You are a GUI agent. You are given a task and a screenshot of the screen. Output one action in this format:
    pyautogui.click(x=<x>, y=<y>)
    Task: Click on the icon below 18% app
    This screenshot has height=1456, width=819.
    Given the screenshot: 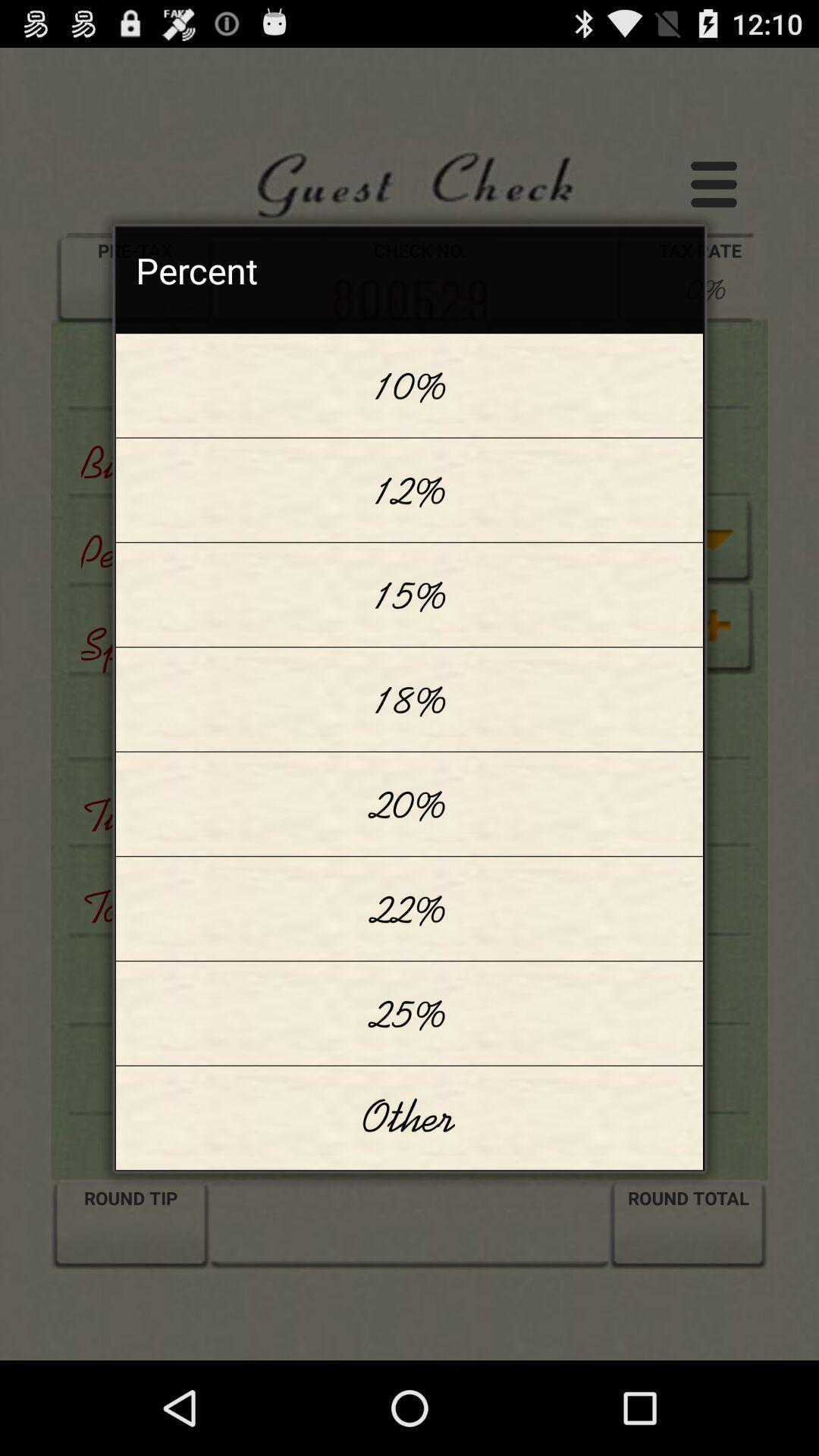 What is the action you would take?
    pyautogui.click(x=409, y=803)
    